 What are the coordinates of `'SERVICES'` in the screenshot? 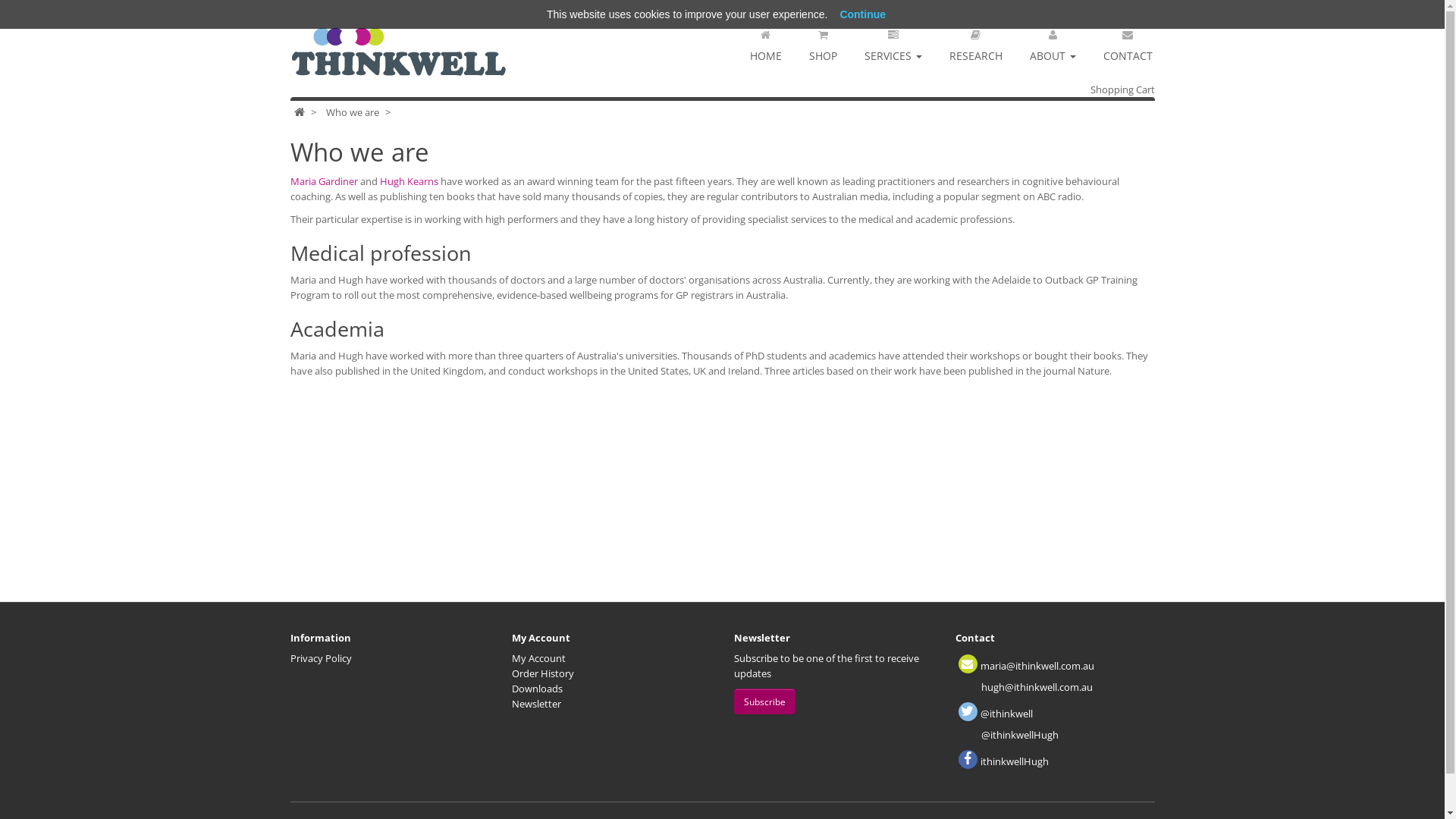 It's located at (851, 40).